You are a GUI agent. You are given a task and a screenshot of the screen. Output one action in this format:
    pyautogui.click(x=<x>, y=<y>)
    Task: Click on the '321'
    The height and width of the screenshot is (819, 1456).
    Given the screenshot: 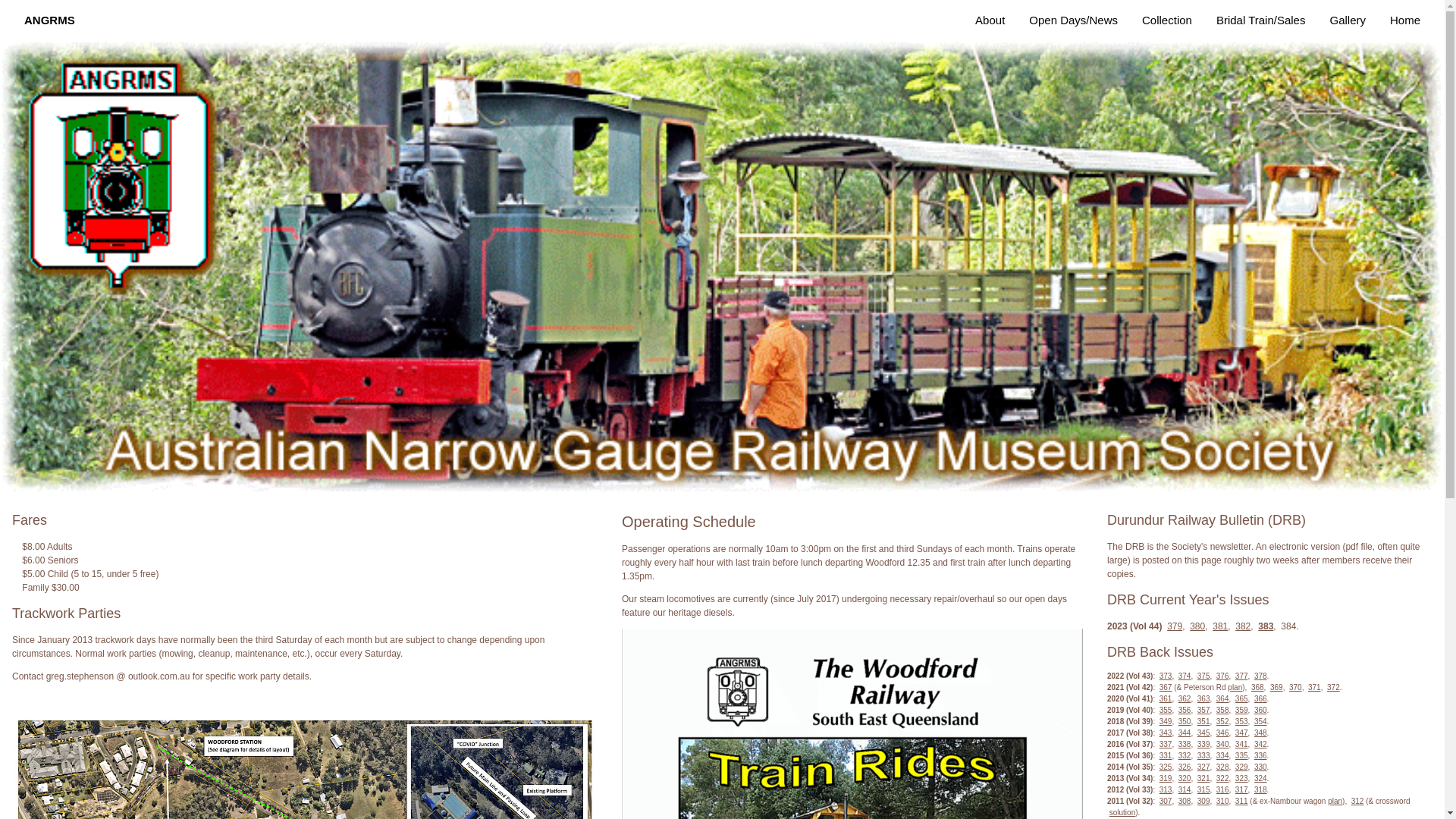 What is the action you would take?
    pyautogui.click(x=1203, y=778)
    